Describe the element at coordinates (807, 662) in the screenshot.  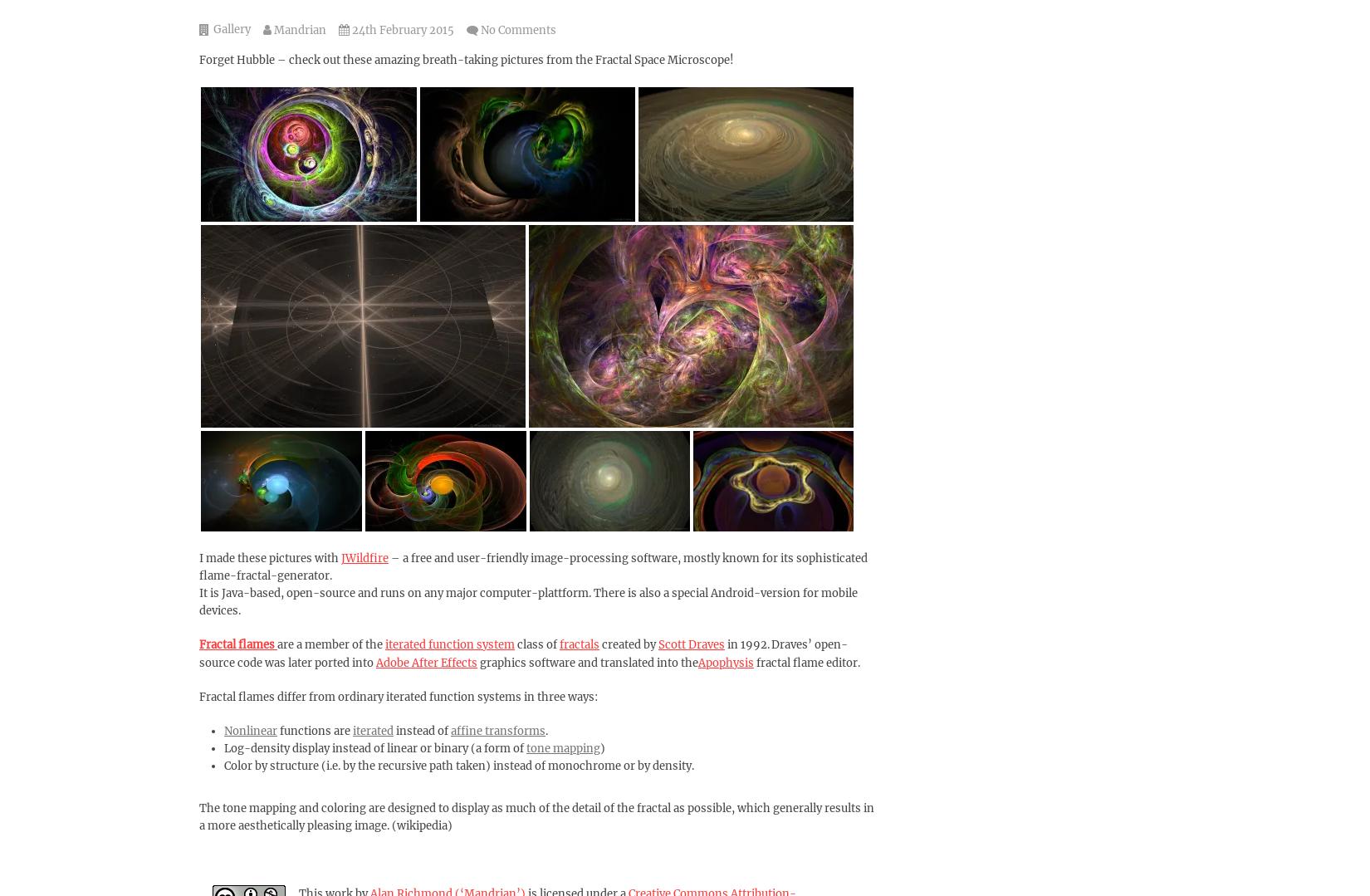
I see `'fractal flame editor.'` at that location.